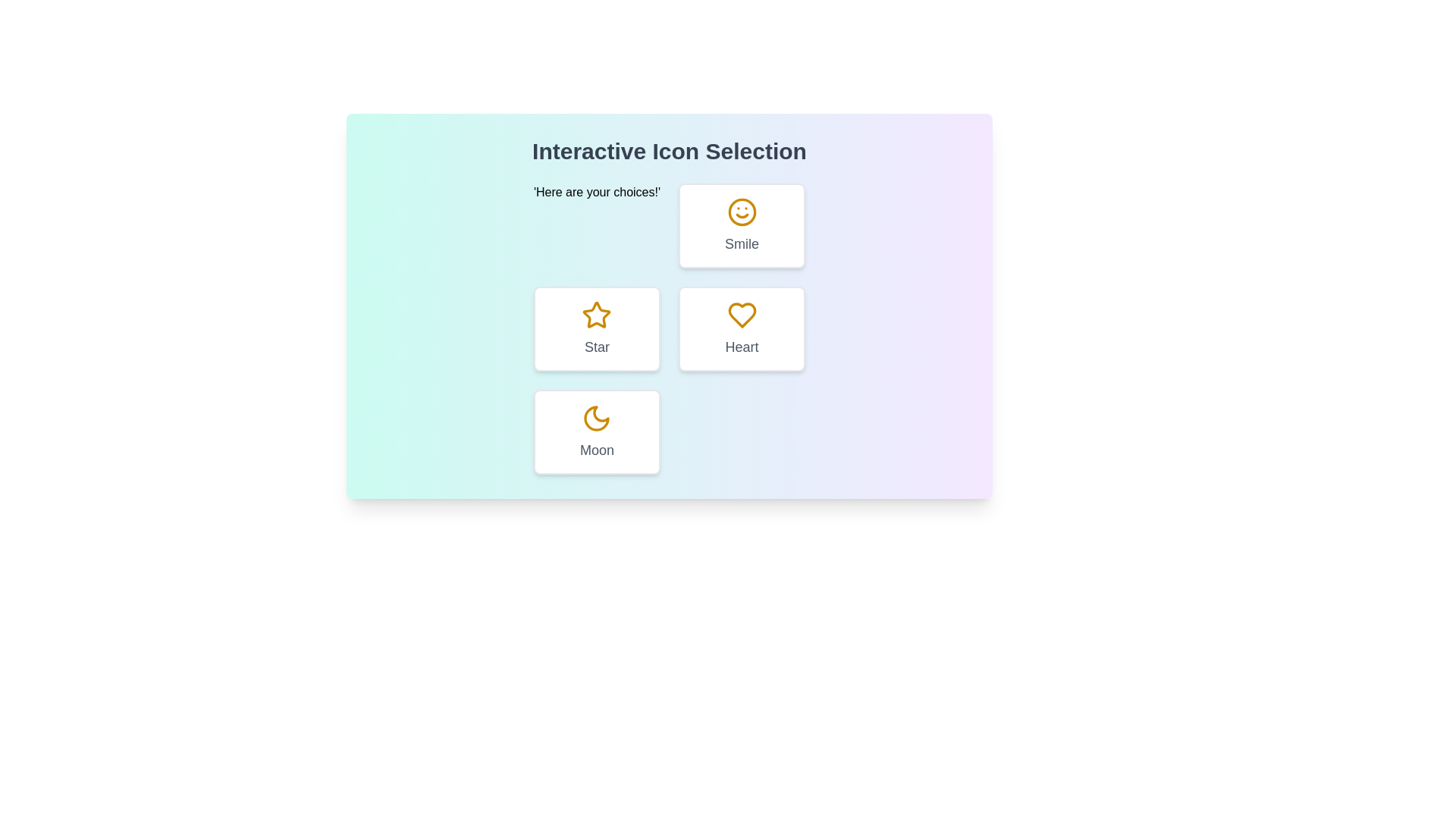 The width and height of the screenshot is (1456, 819). I want to click on the heart-shaped icon with a yellow border located in the box labeled 'Heart', positioned at the center of the box, so click(742, 315).